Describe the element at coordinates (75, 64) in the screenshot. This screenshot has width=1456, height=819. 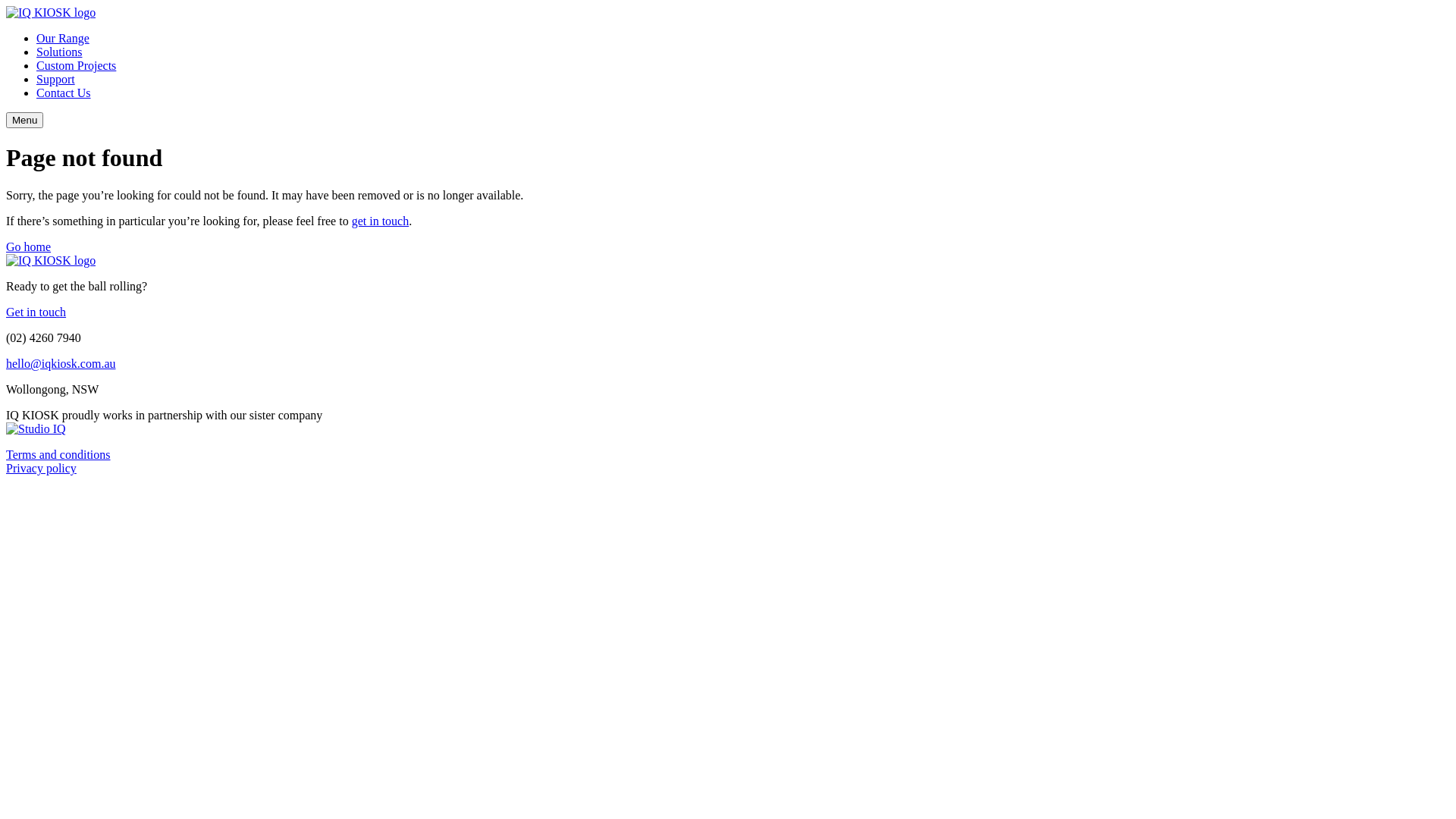
I see `'Custom Projects'` at that location.